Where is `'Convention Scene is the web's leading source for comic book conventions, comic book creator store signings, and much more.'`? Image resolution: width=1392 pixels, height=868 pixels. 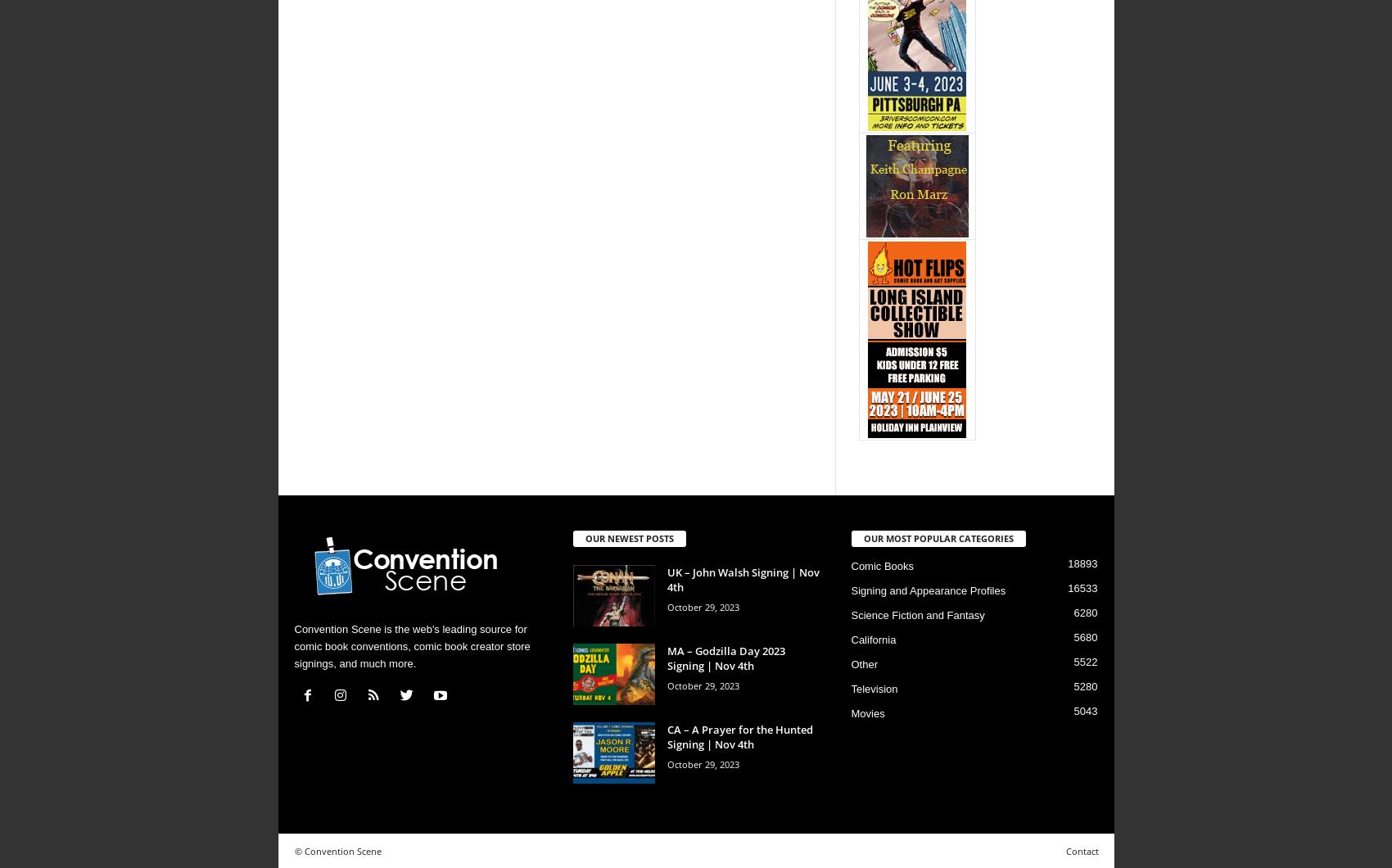 'Convention Scene is the web's leading source for comic book conventions, comic book creator store signings, and much more.' is located at coordinates (412, 645).